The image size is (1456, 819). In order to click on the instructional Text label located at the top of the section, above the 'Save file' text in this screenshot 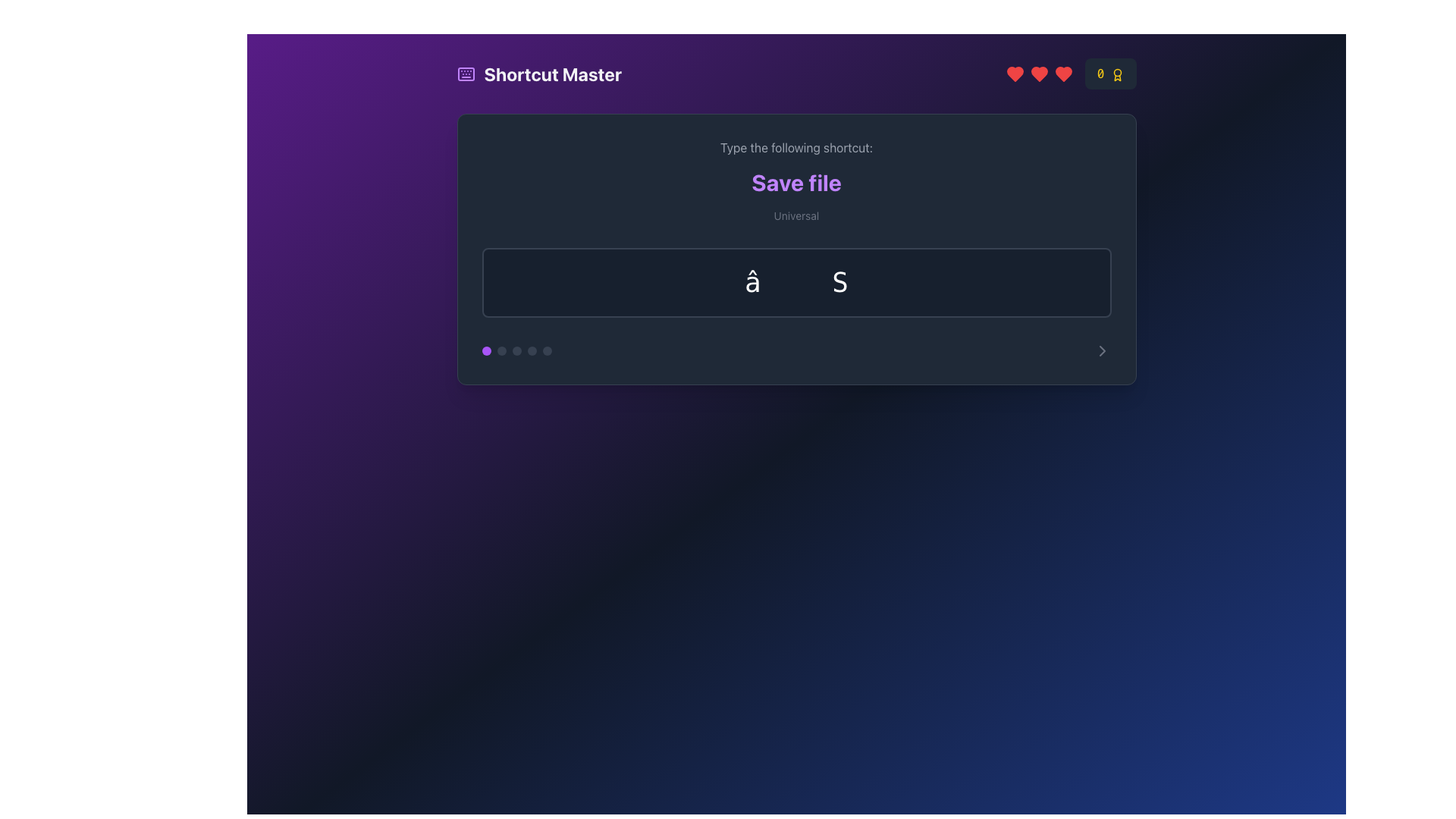, I will do `click(795, 148)`.